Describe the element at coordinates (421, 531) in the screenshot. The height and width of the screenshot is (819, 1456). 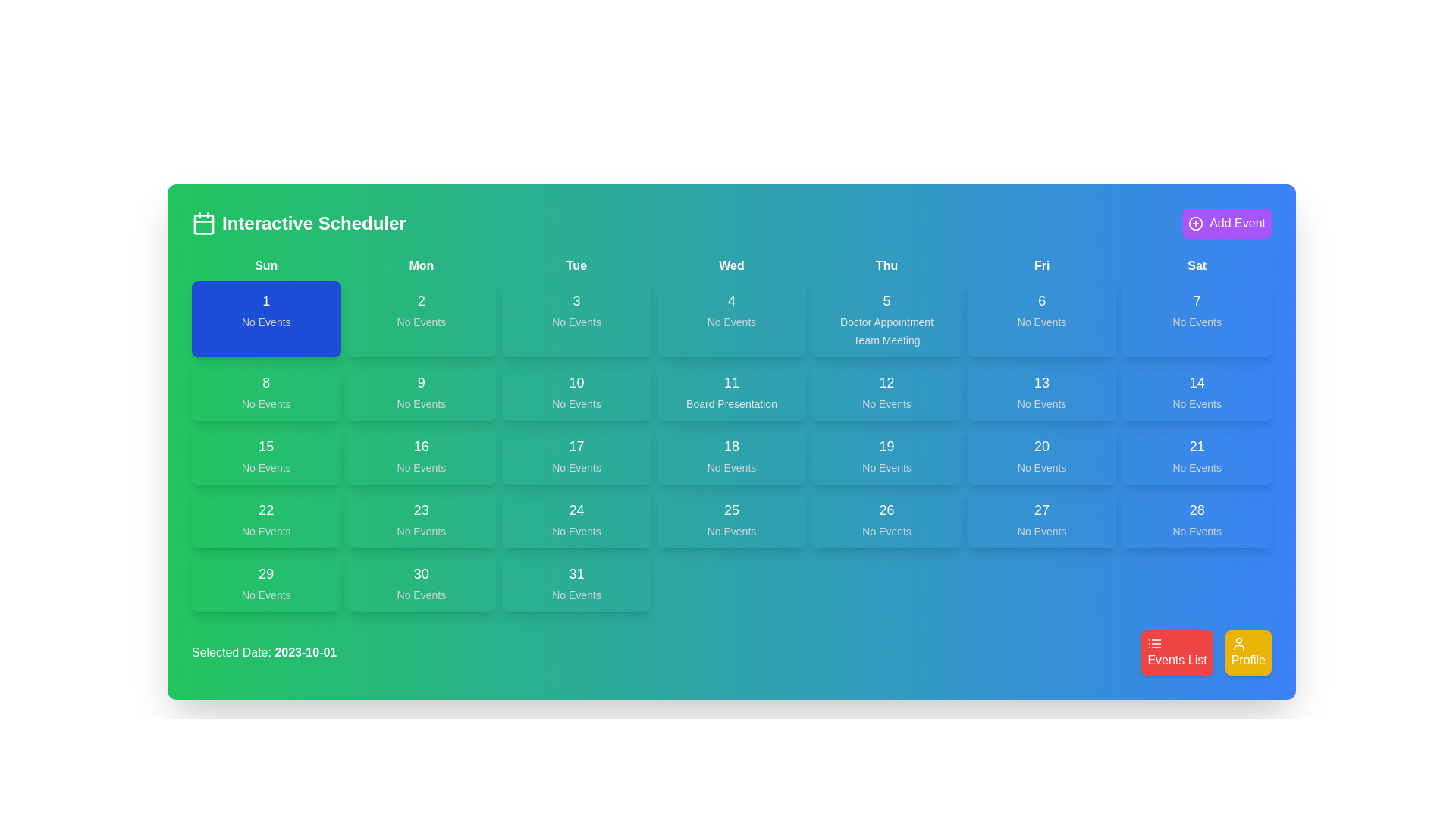
I see `the text label displaying 'No Events' located within the green box of the calendar cell for date 23` at that location.